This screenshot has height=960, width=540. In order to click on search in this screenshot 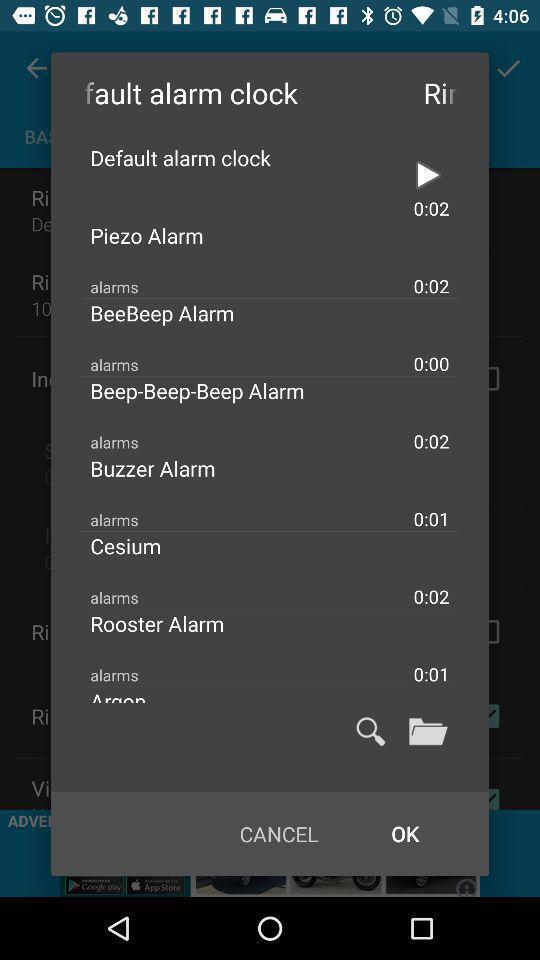, I will do `click(369, 730)`.